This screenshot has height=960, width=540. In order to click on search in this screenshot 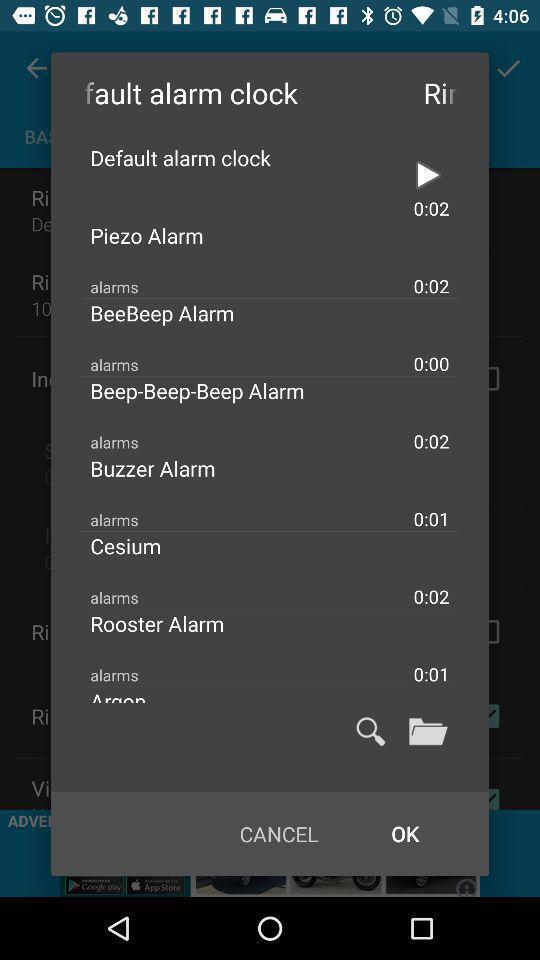, I will do `click(369, 730)`.